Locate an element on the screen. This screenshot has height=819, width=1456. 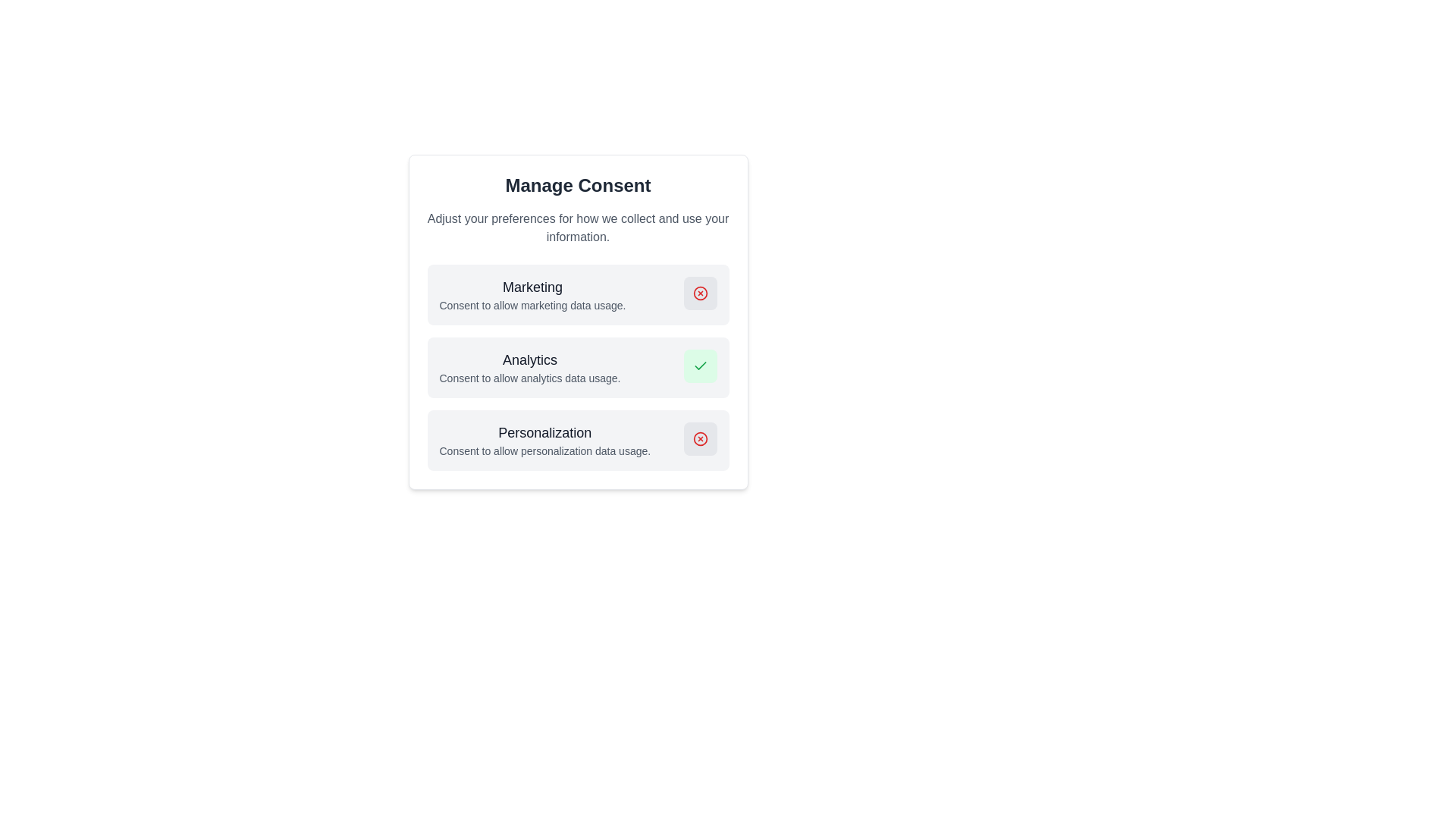
the circular red icon button with a cross inside, located in the Manage Consent settings menu next to the Marketing consent option is located at coordinates (699, 438).